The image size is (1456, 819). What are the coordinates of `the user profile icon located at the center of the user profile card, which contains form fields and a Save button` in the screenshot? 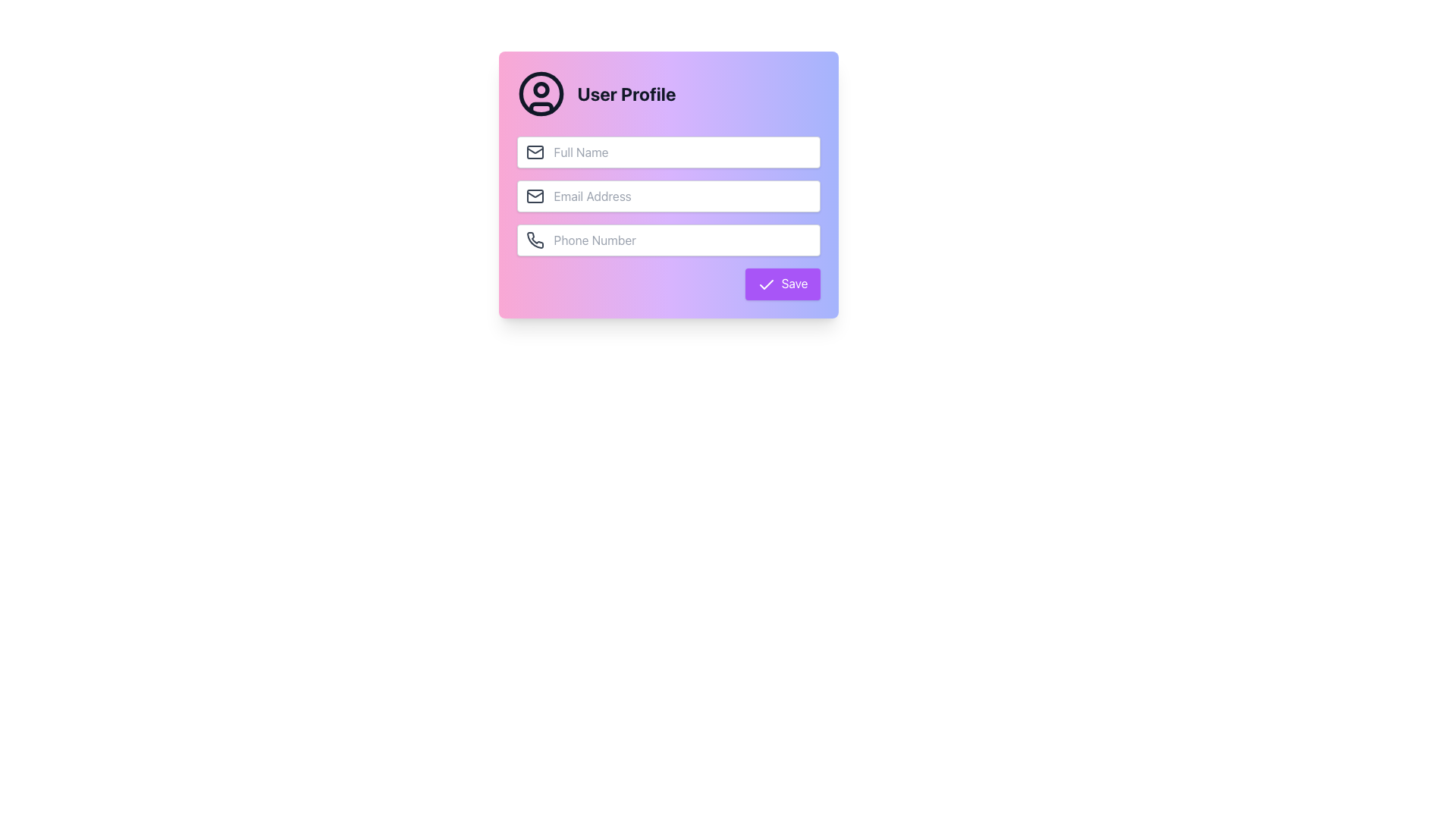 It's located at (541, 93).